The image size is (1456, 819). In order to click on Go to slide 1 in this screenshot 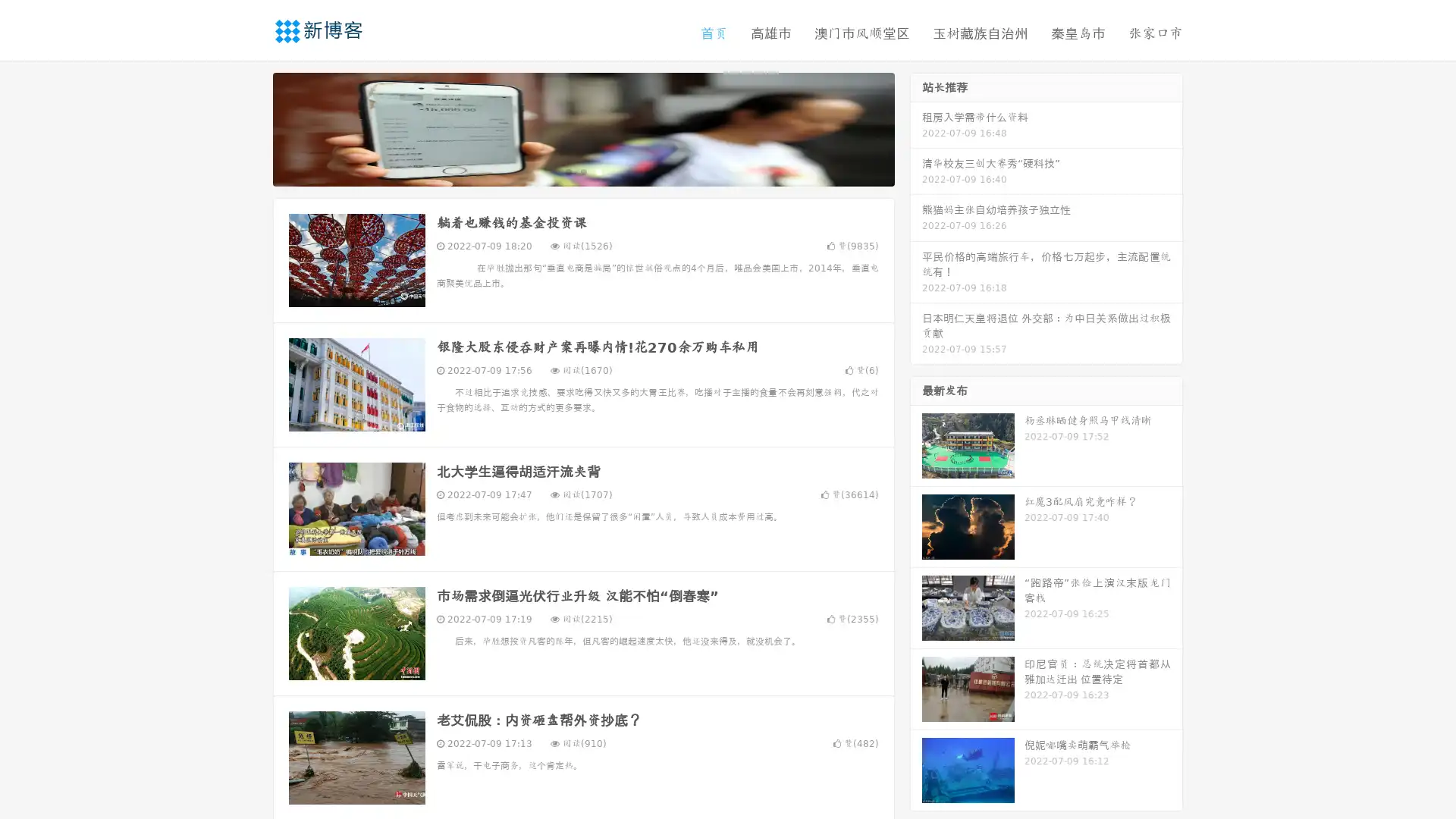, I will do `click(567, 171)`.